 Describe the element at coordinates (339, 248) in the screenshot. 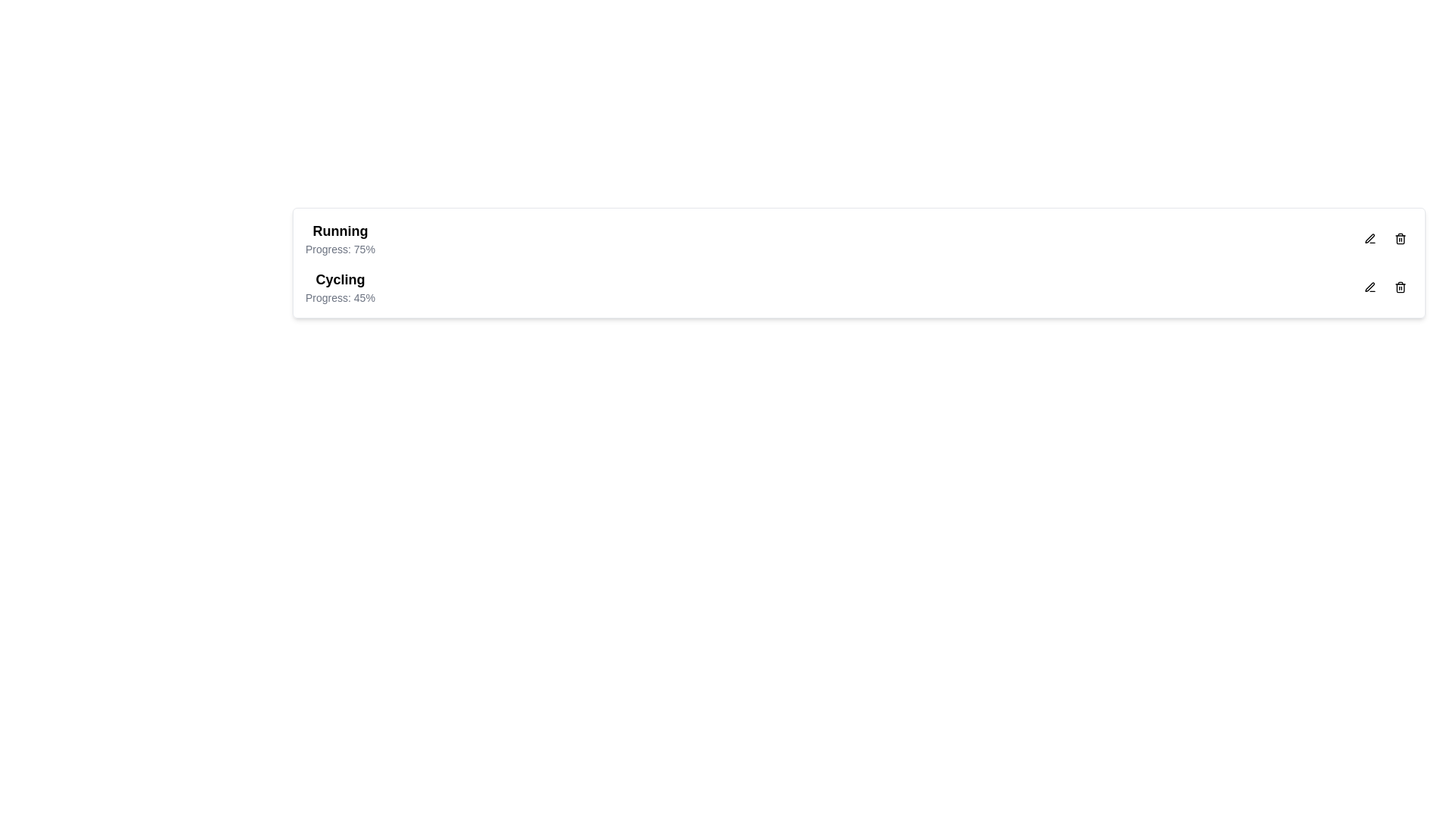

I see `the Text Label displaying the progress percentage (75%) for 'Running', which is located beneath the title 'Running' in the first section of a vertically arranged list` at that location.